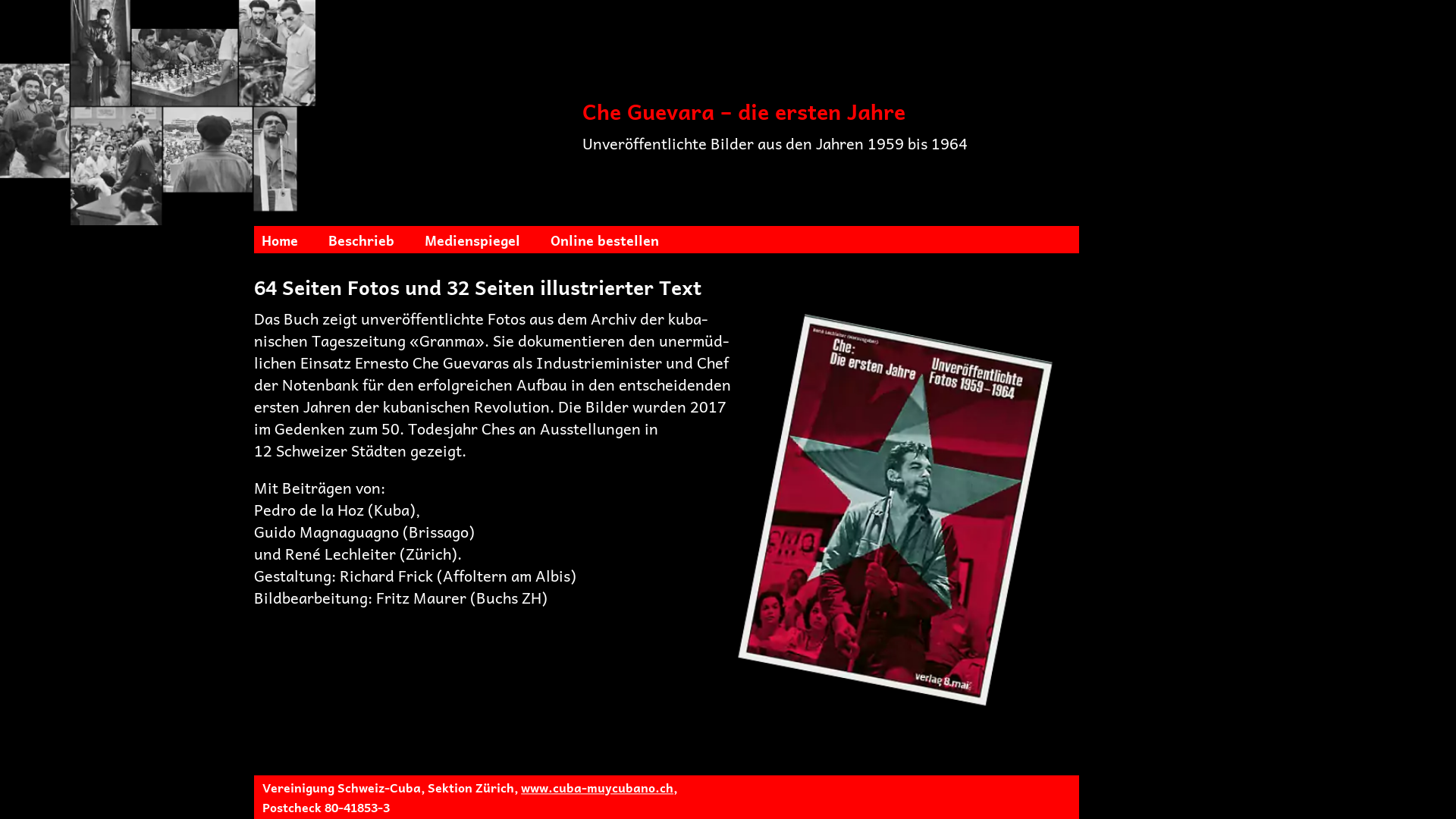 The width and height of the screenshot is (1456, 819). What do you see at coordinates (472, 239) in the screenshot?
I see `'Medienspiegel'` at bounding box center [472, 239].